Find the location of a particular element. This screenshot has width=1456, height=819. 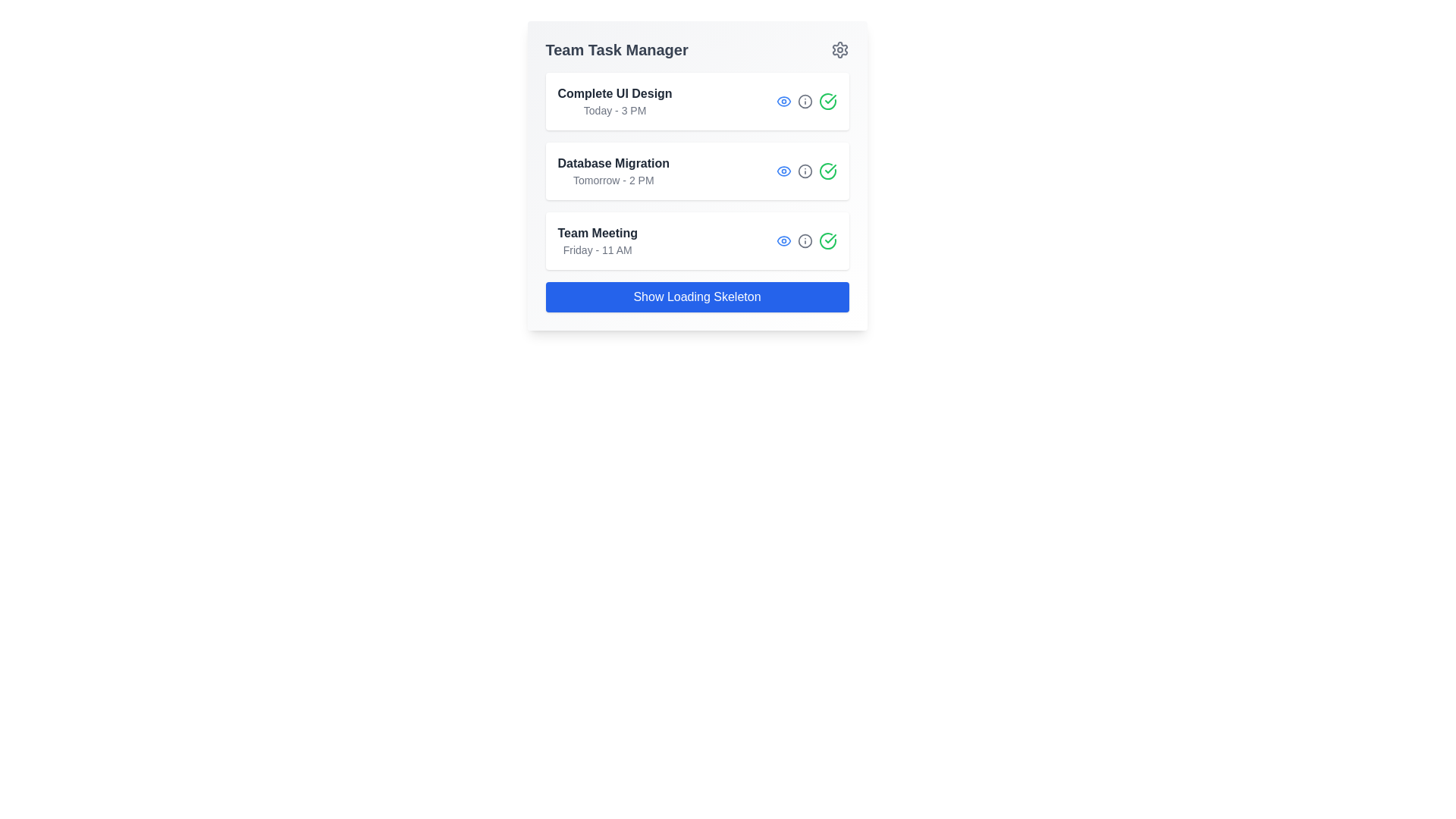

the completion icon for the 'Team Meeting' task in the 'Team Task Manager' card, which is the third icon on the right side of the row is located at coordinates (827, 240).